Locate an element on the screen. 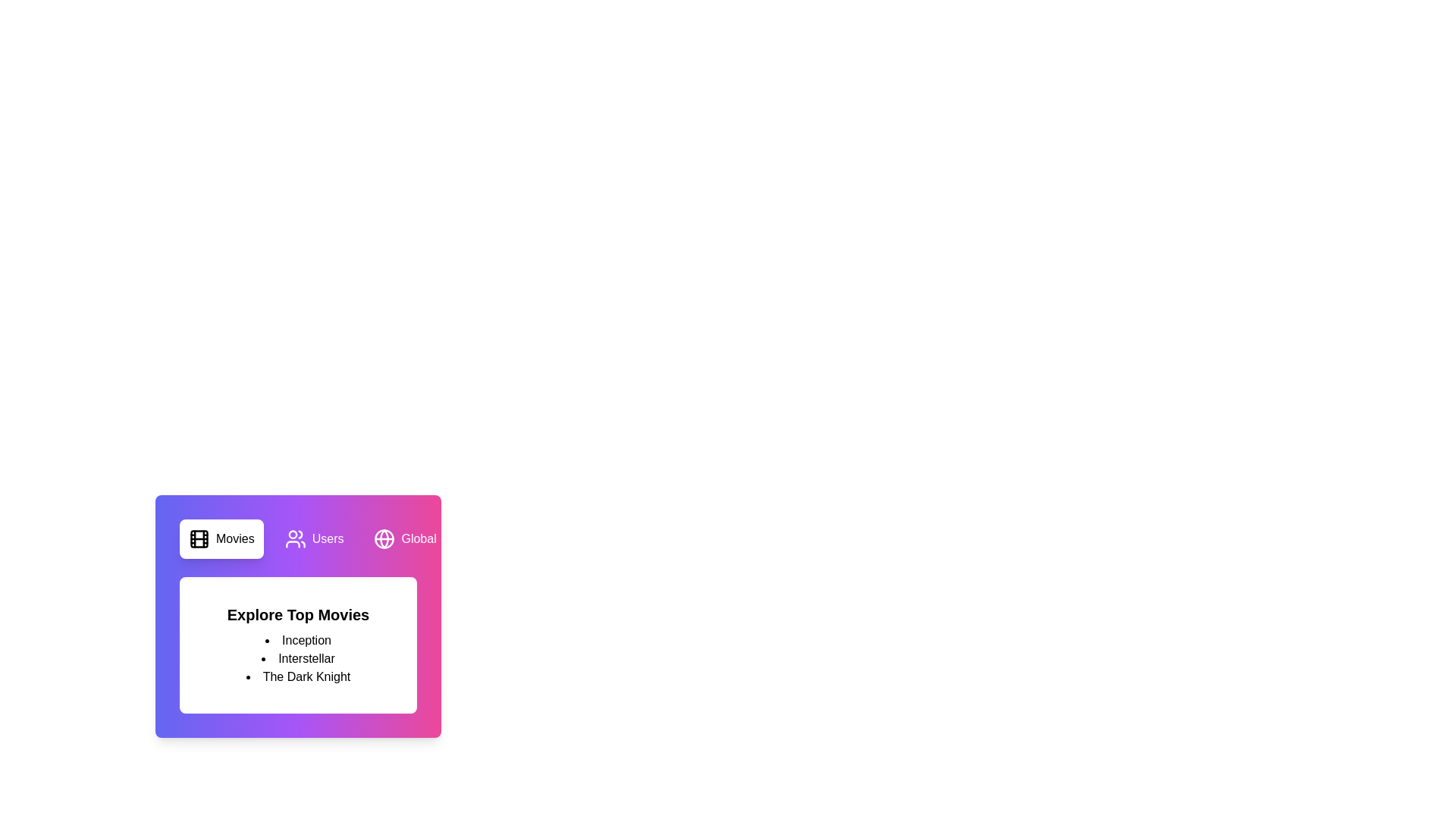 This screenshot has height=819, width=1456. the tab labeled Users is located at coordinates (313, 538).